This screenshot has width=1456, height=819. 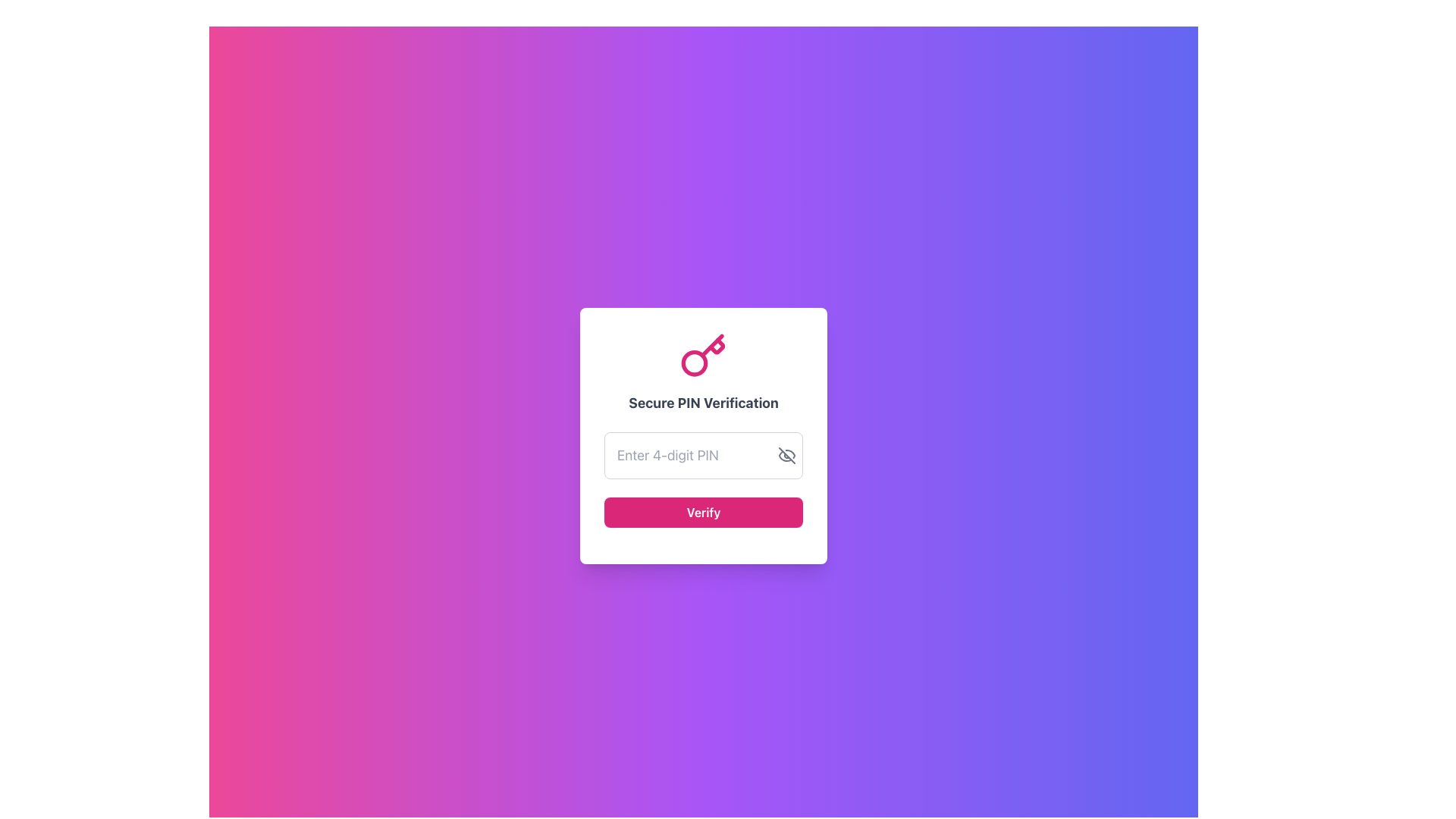 I want to click on the eye-shaped icon with a diagonal line crossing through it, located to the right of the 'Enter 4-digit PIN' input field, so click(x=786, y=455).